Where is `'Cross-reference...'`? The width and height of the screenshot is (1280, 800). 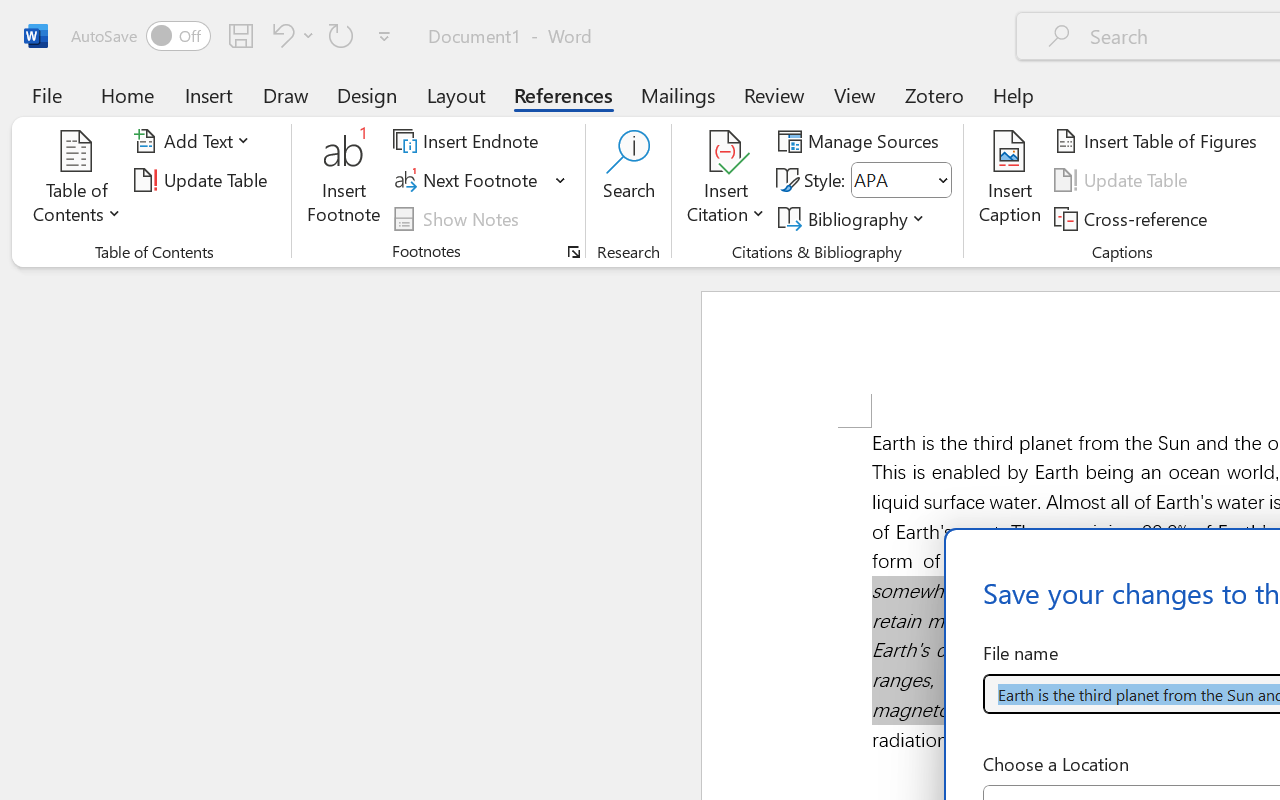
'Cross-reference...' is located at coordinates (1134, 218).